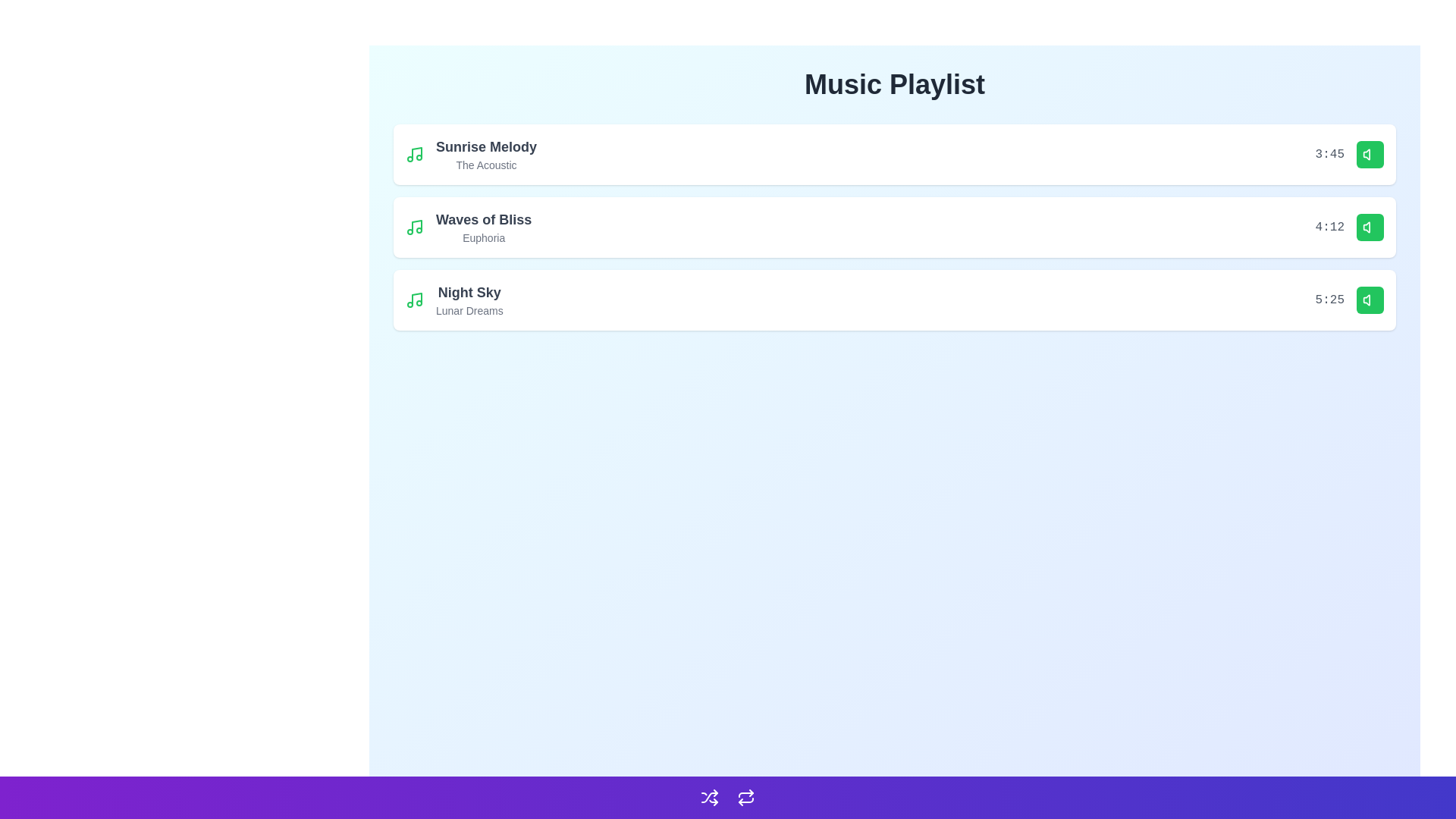 This screenshot has width=1456, height=819. Describe the element at coordinates (895, 84) in the screenshot. I see `the header text element located at the top of the interface, which serves as the title for the page` at that location.